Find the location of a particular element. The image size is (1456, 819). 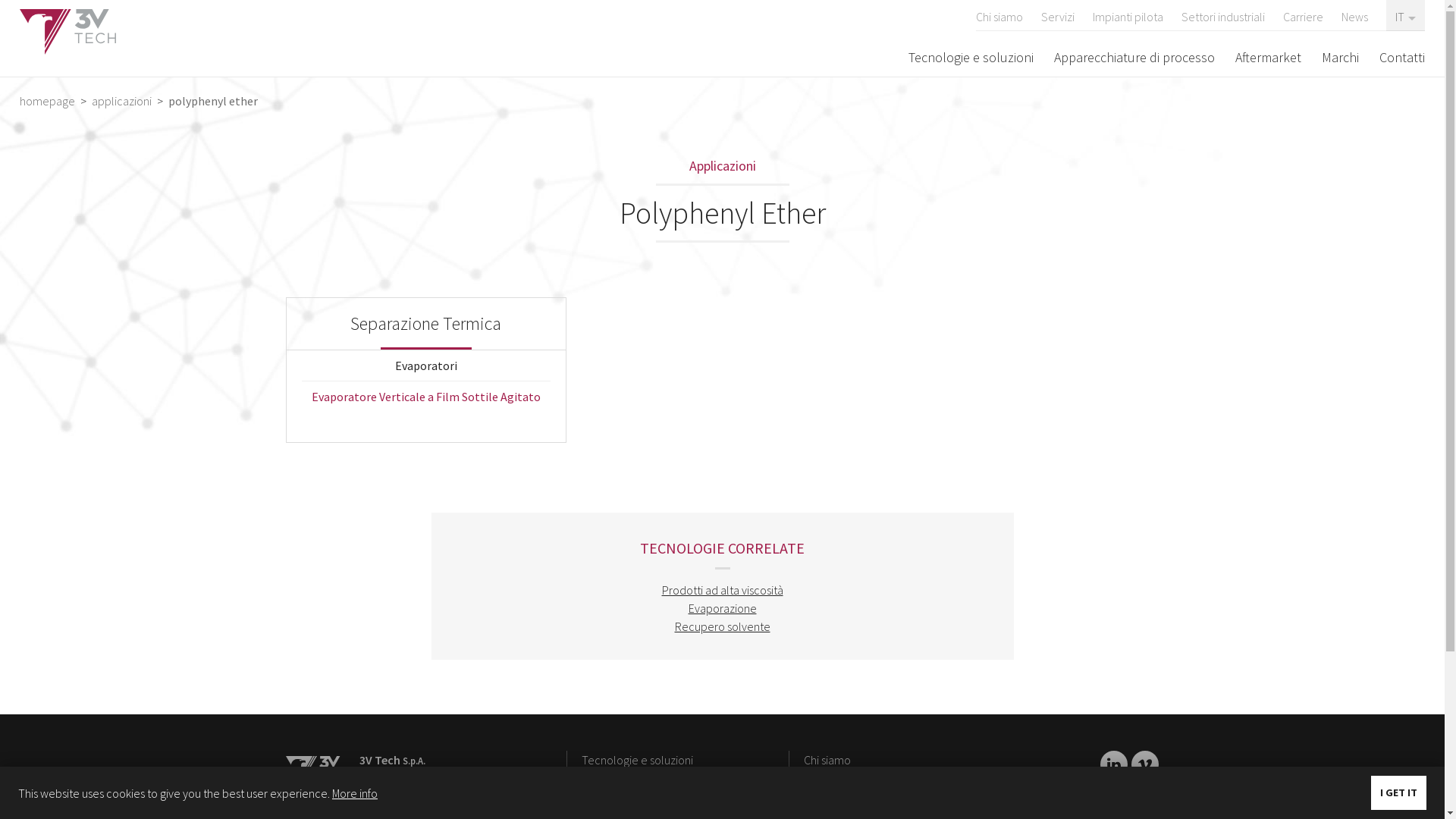

'Evaporazione' is located at coordinates (722, 607).